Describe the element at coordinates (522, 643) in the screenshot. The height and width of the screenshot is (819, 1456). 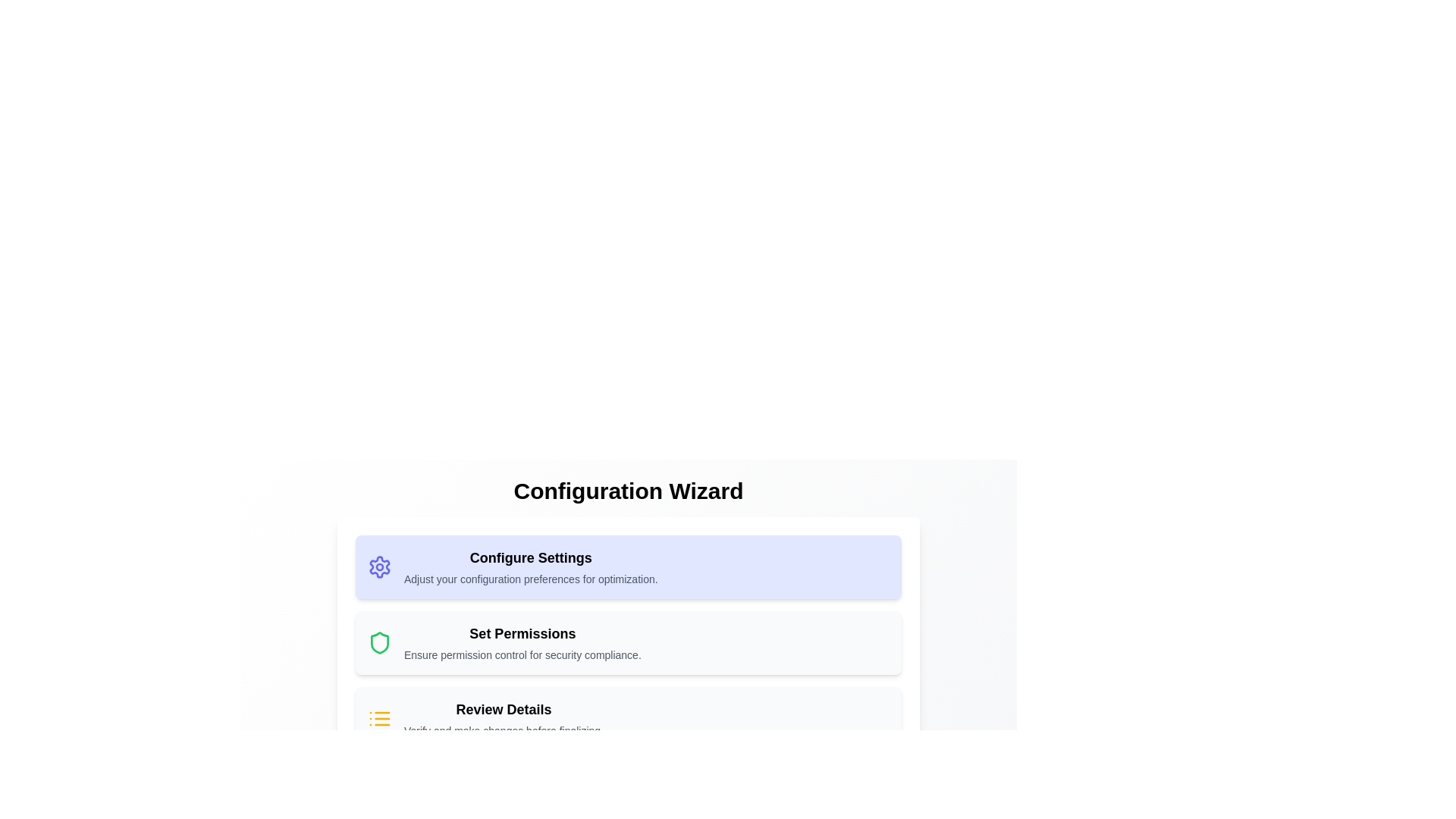
I see `the central Text Label that provides descriptive information about the corresponding action or section it represents` at that location.